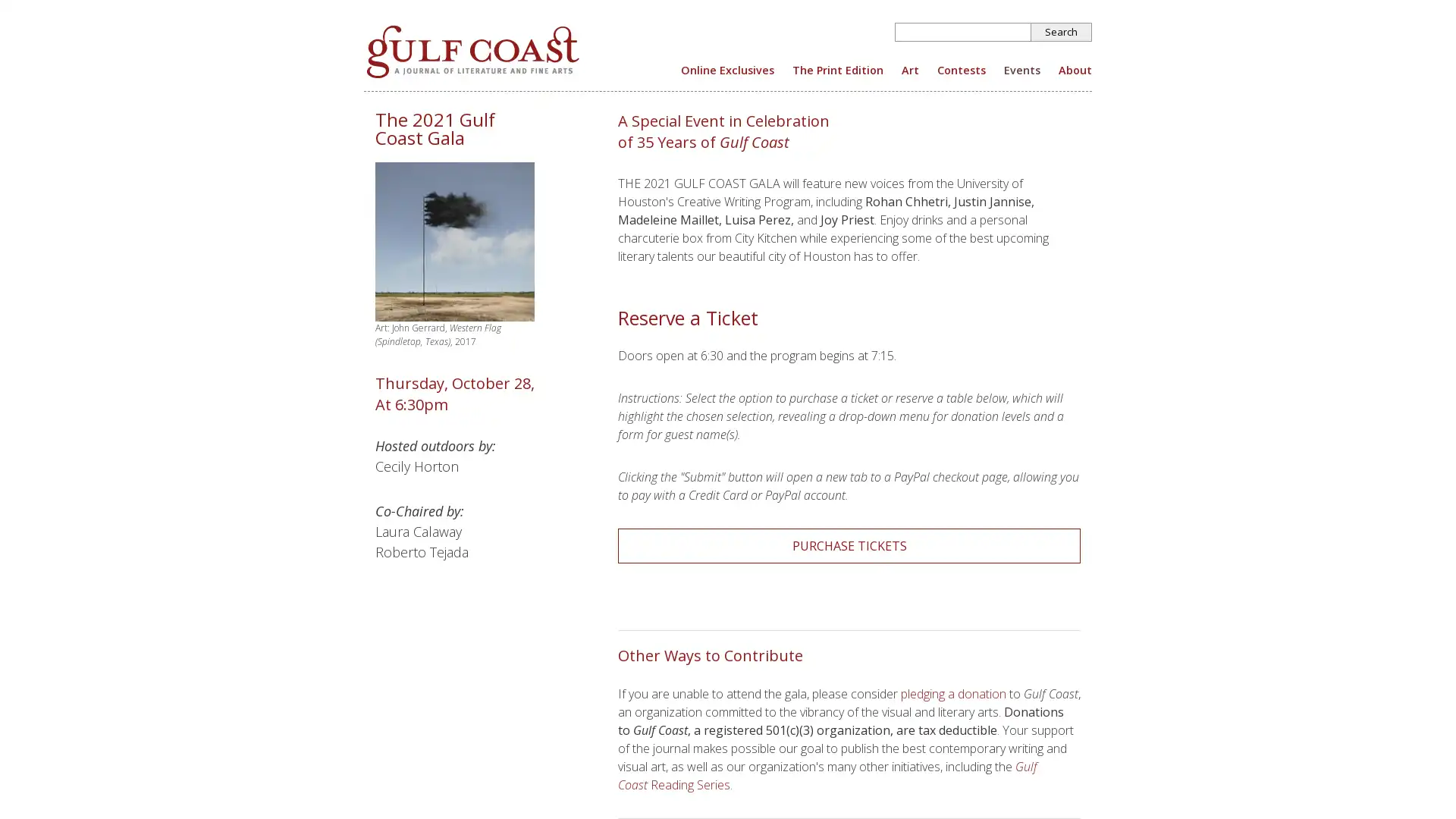 The width and height of the screenshot is (1456, 819). What do you see at coordinates (1061, 32) in the screenshot?
I see `Search` at bounding box center [1061, 32].